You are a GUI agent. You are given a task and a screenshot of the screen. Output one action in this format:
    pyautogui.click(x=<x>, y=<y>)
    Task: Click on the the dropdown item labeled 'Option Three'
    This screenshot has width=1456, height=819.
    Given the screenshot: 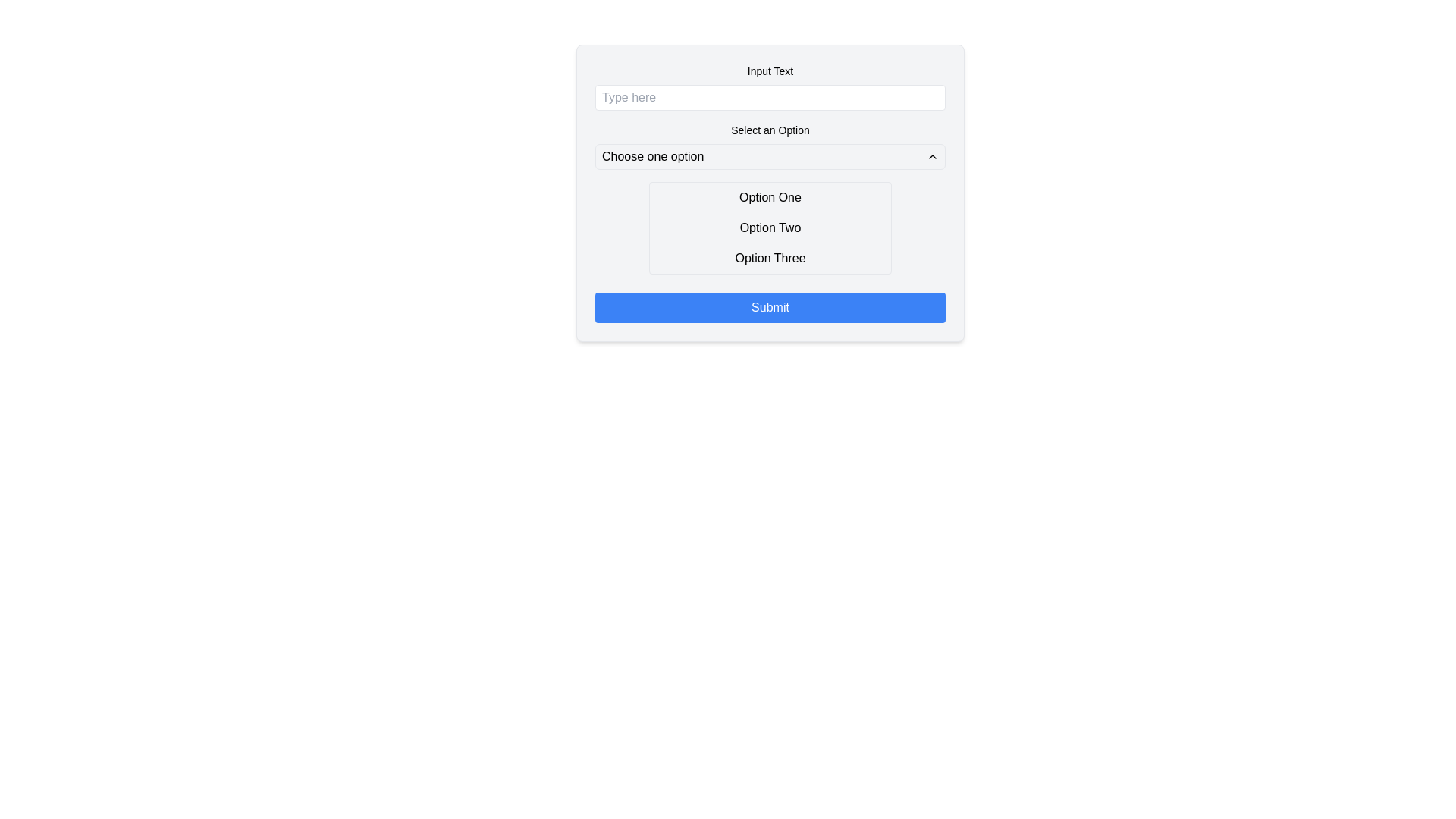 What is the action you would take?
    pyautogui.click(x=770, y=257)
    